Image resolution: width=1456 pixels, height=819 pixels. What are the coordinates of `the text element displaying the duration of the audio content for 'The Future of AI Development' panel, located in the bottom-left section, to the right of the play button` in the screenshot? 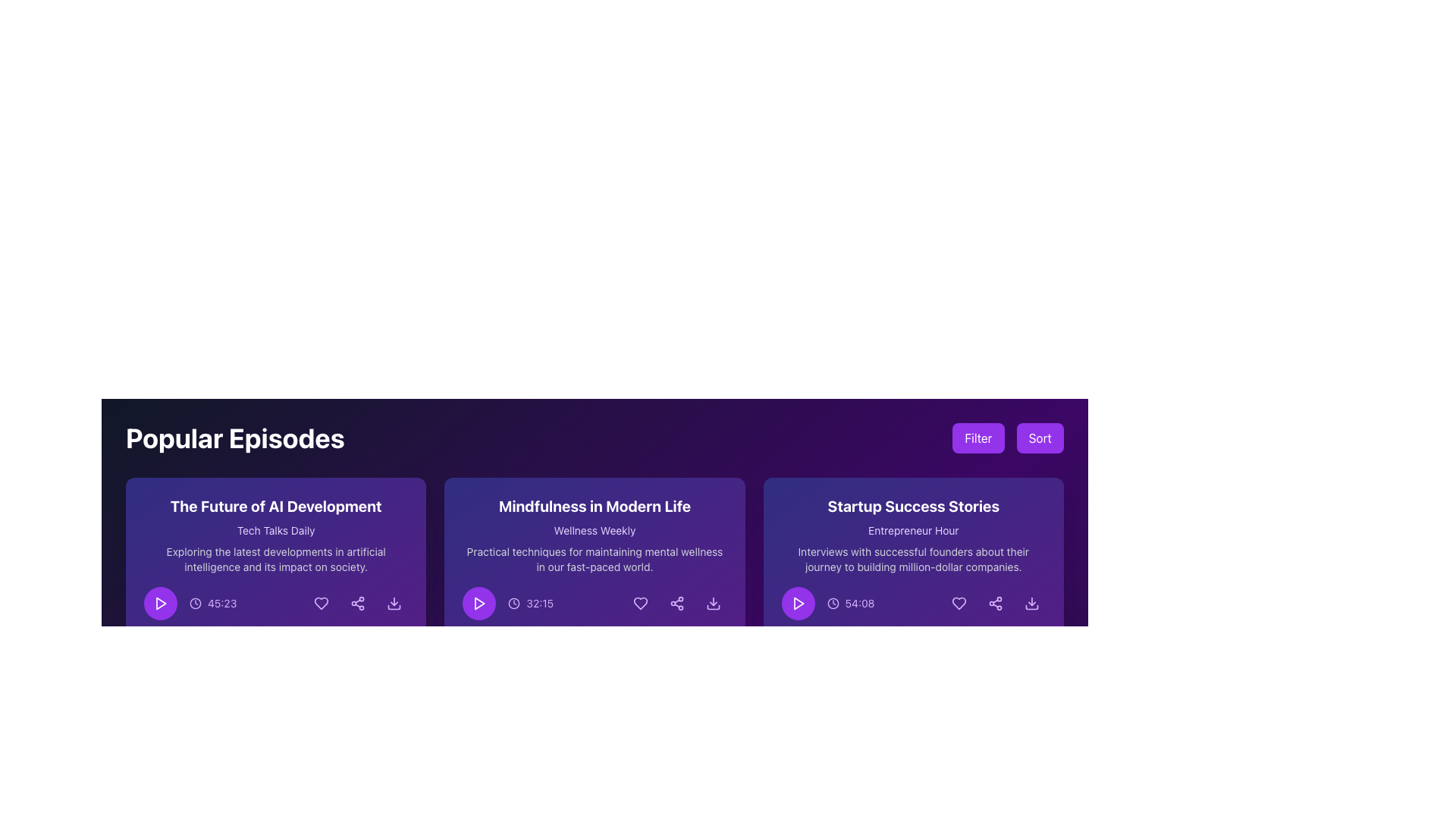 It's located at (212, 602).